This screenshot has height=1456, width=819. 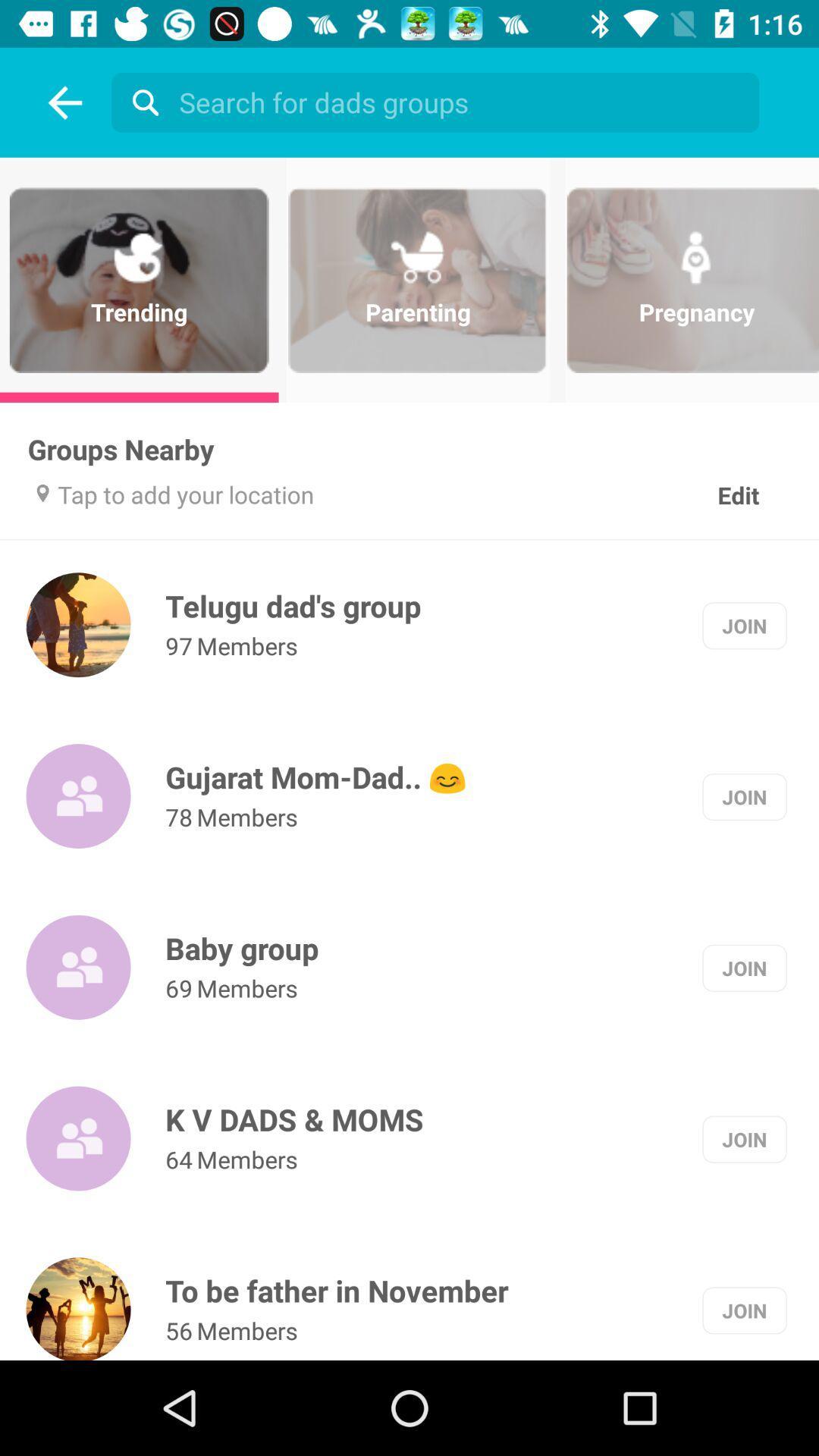 I want to click on icon above k v dads item, so click(x=178, y=988).